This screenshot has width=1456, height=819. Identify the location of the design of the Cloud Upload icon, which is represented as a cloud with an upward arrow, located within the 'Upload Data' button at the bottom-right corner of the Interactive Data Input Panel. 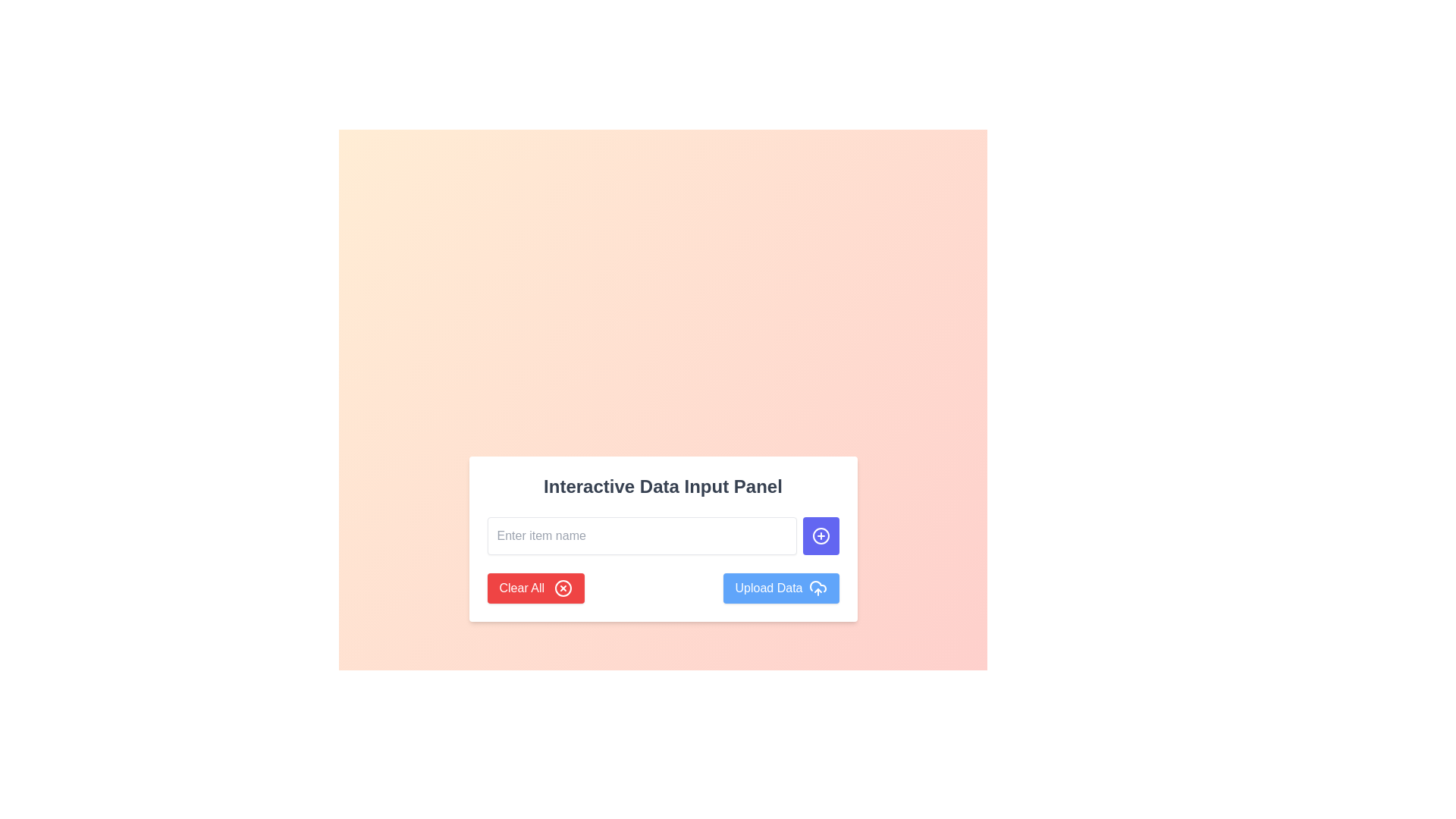
(817, 587).